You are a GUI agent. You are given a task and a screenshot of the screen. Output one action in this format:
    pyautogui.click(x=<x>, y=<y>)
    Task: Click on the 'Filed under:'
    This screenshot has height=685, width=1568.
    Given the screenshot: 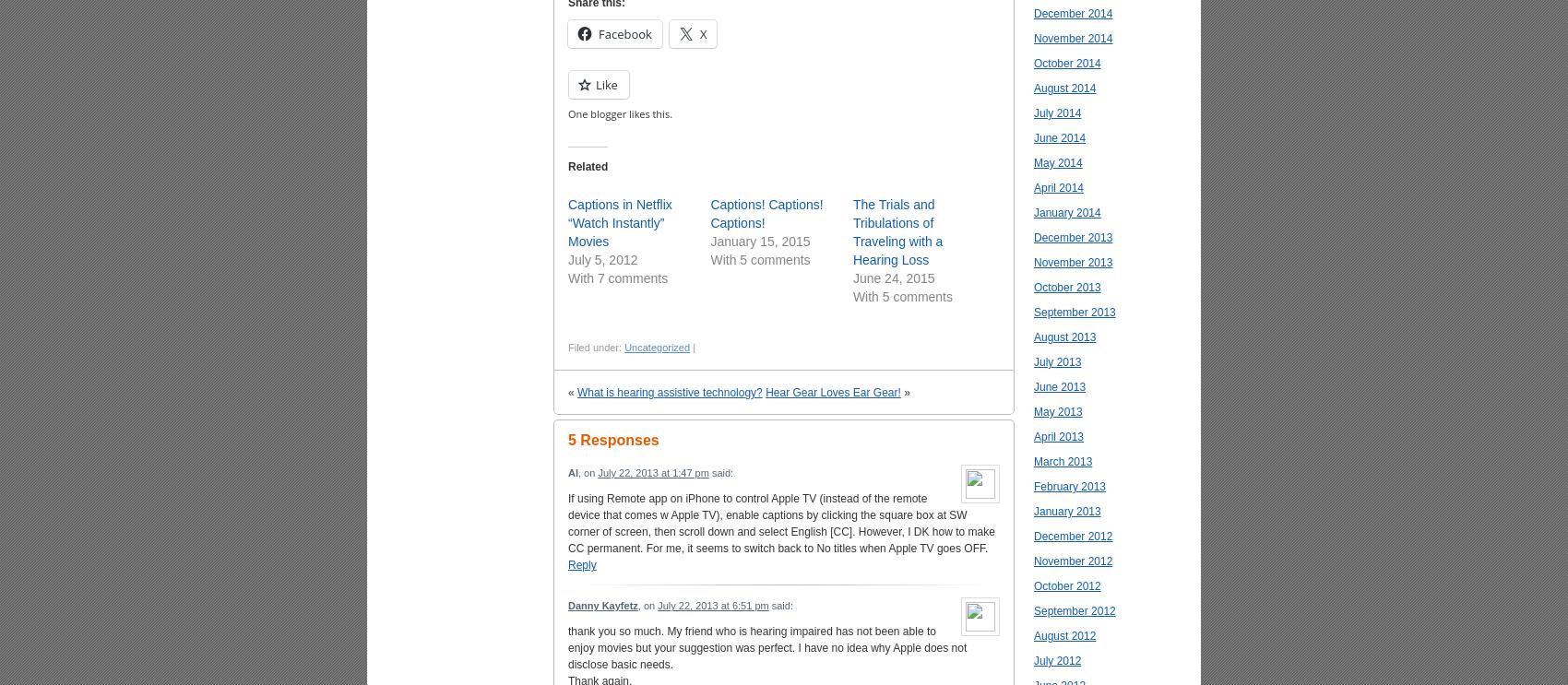 What is the action you would take?
    pyautogui.click(x=567, y=346)
    